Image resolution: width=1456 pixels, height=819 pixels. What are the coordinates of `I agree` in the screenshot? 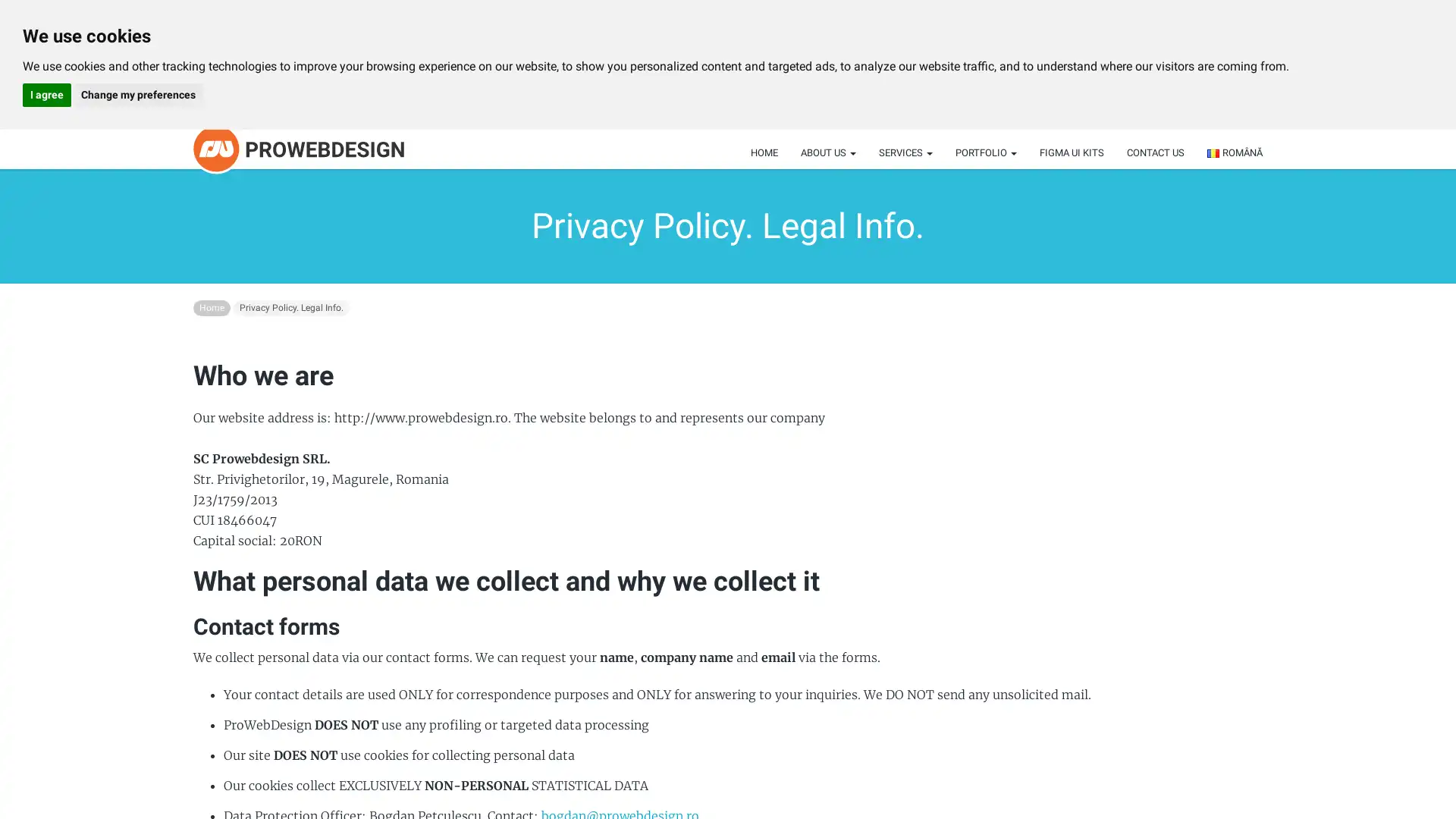 It's located at (47, 95).